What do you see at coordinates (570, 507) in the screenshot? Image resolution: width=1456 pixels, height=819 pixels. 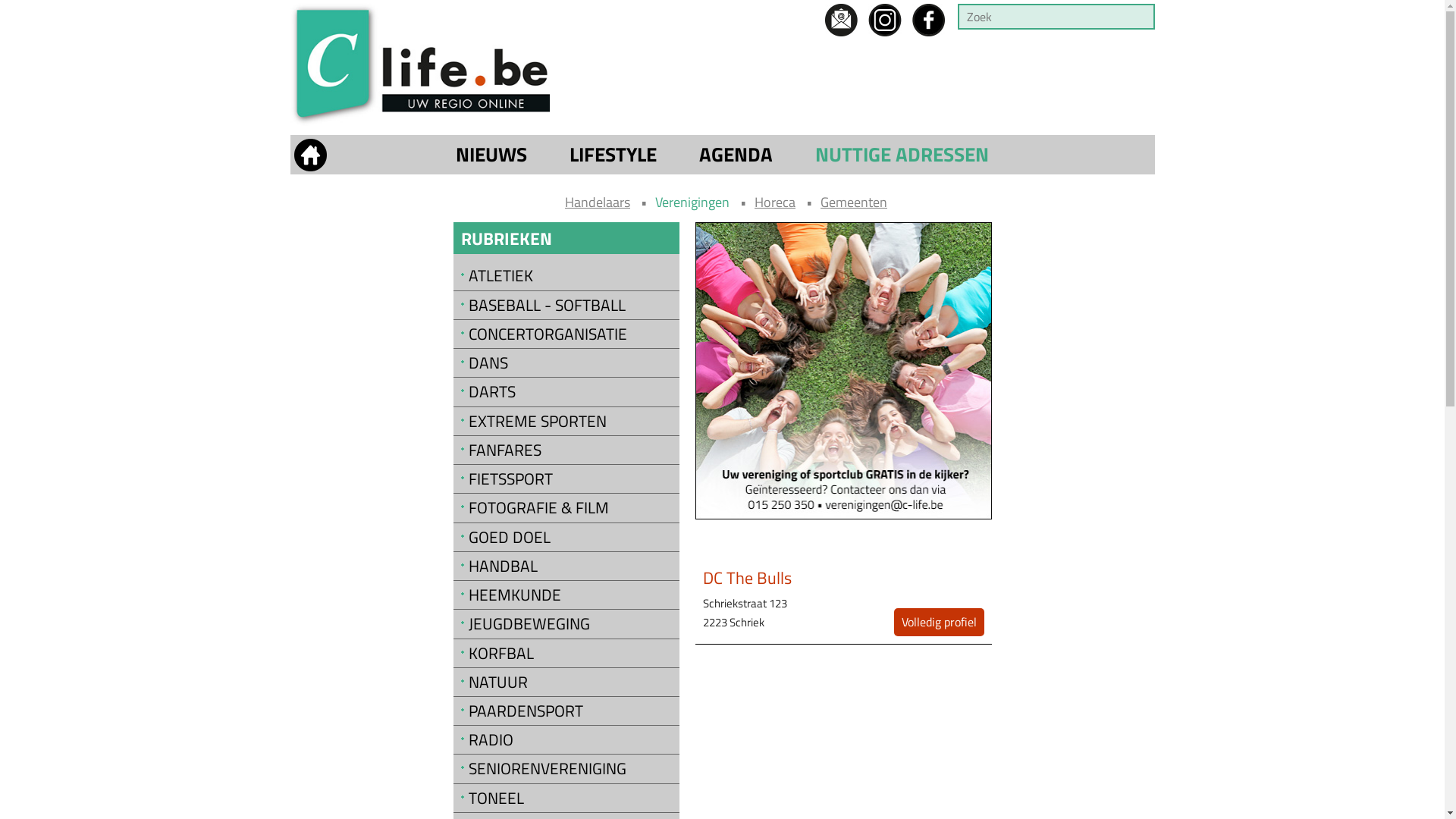 I see `'FOTOGRAFIE & FILM'` at bounding box center [570, 507].